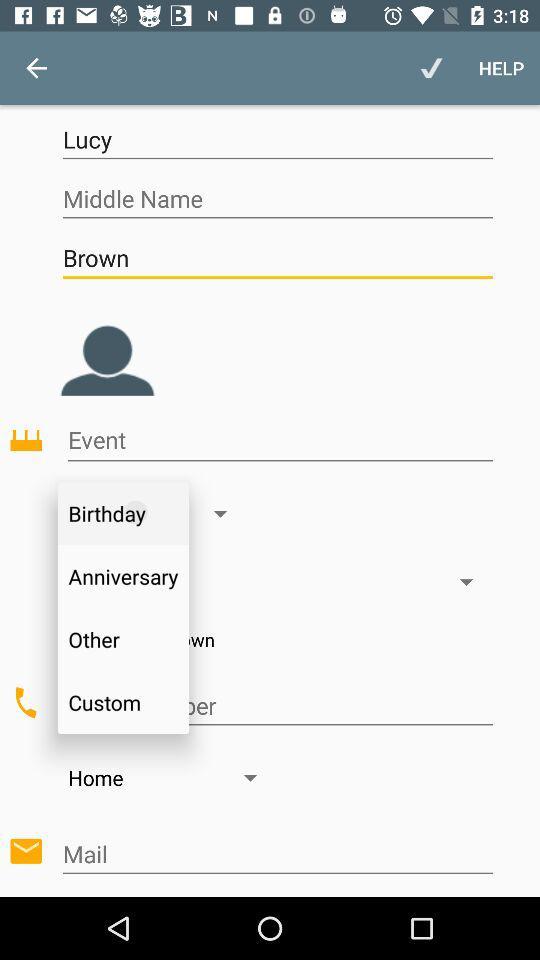  I want to click on text box for your phone number, so click(276, 706).